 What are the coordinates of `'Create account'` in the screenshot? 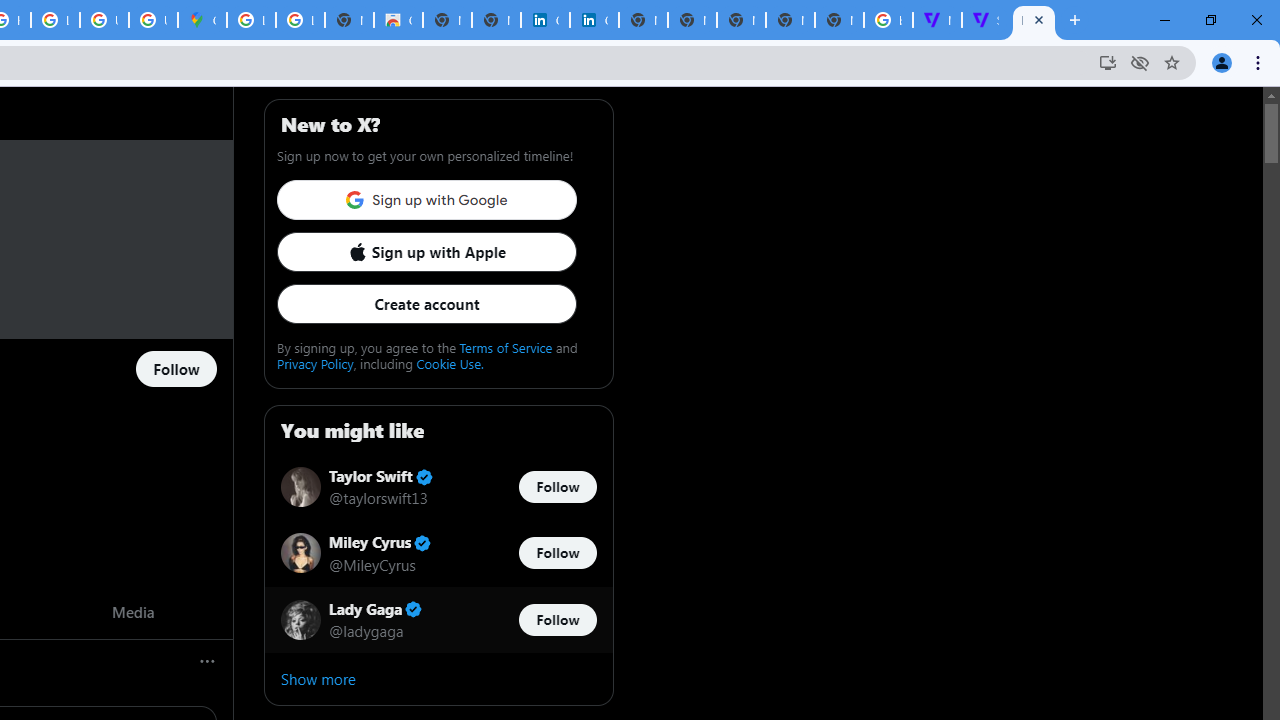 It's located at (425, 303).